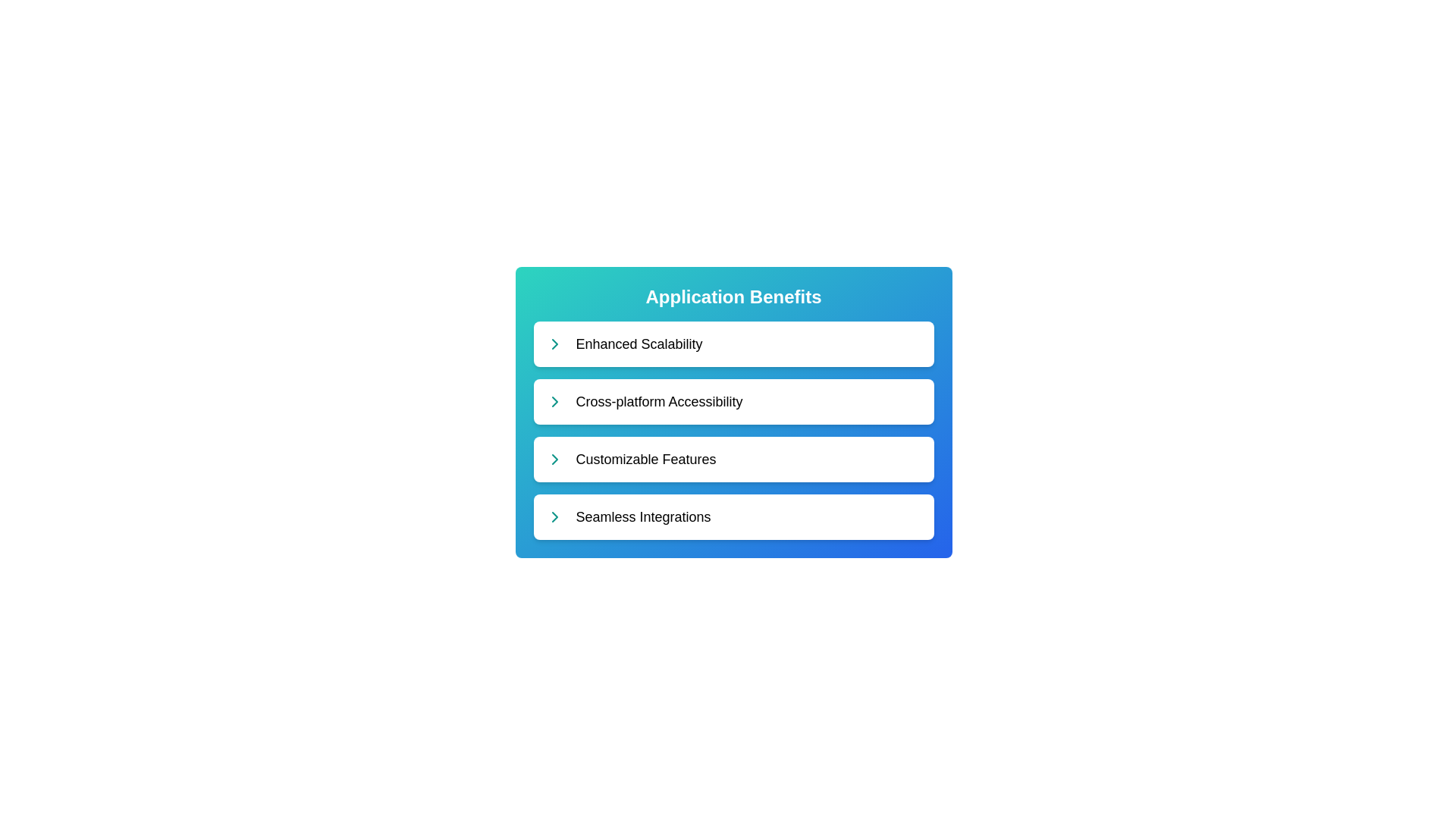 This screenshot has height=819, width=1456. I want to click on the text label reading 'Enhanced Scalability', which is styled in medium bold black font and located within a white rectangular background with rounded edges, positioned as the first item in a vertical list under the header 'Application Benefits', so click(639, 344).